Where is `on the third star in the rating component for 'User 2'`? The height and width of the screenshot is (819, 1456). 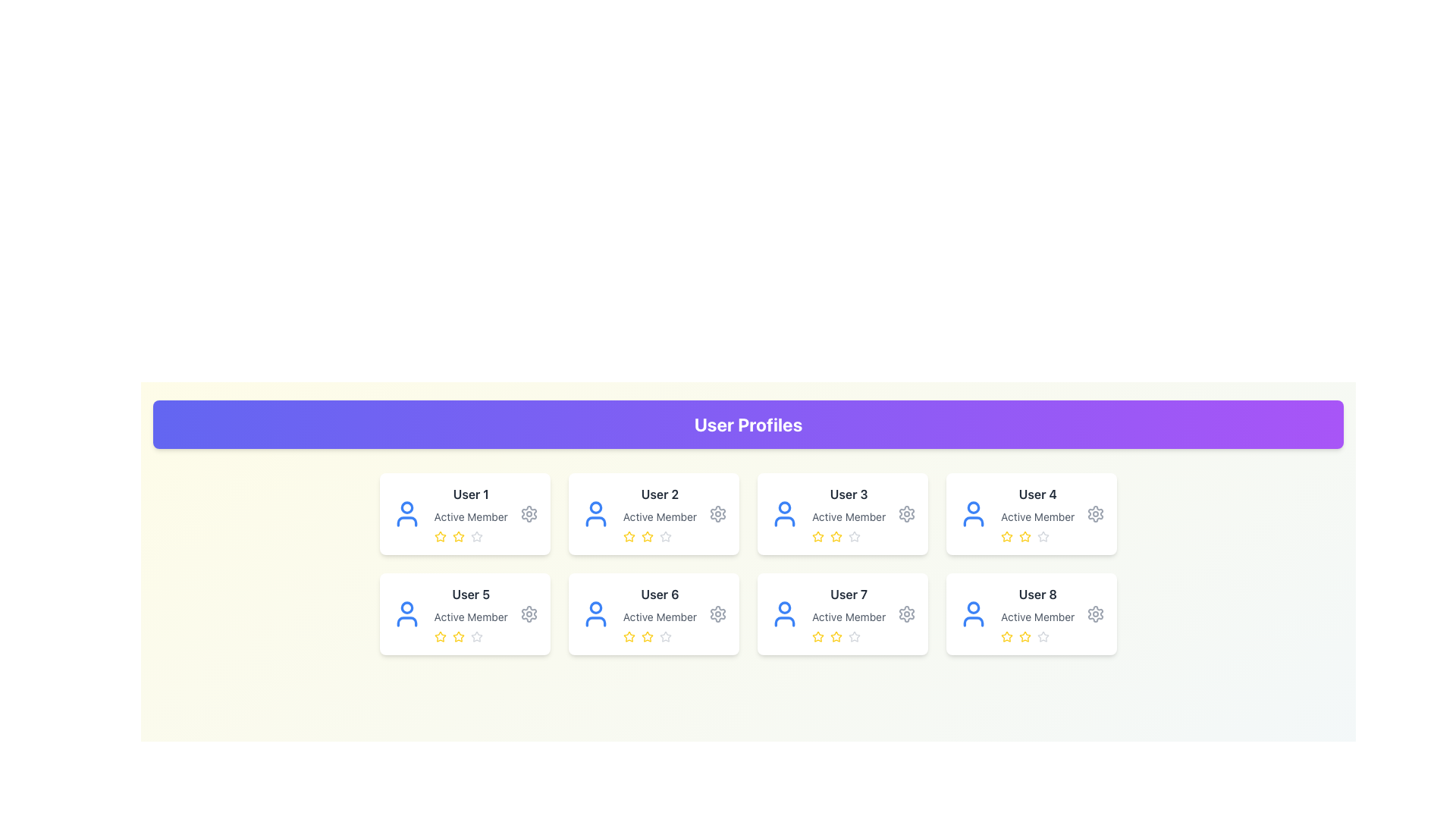
on the third star in the rating component for 'User 2' is located at coordinates (660, 536).